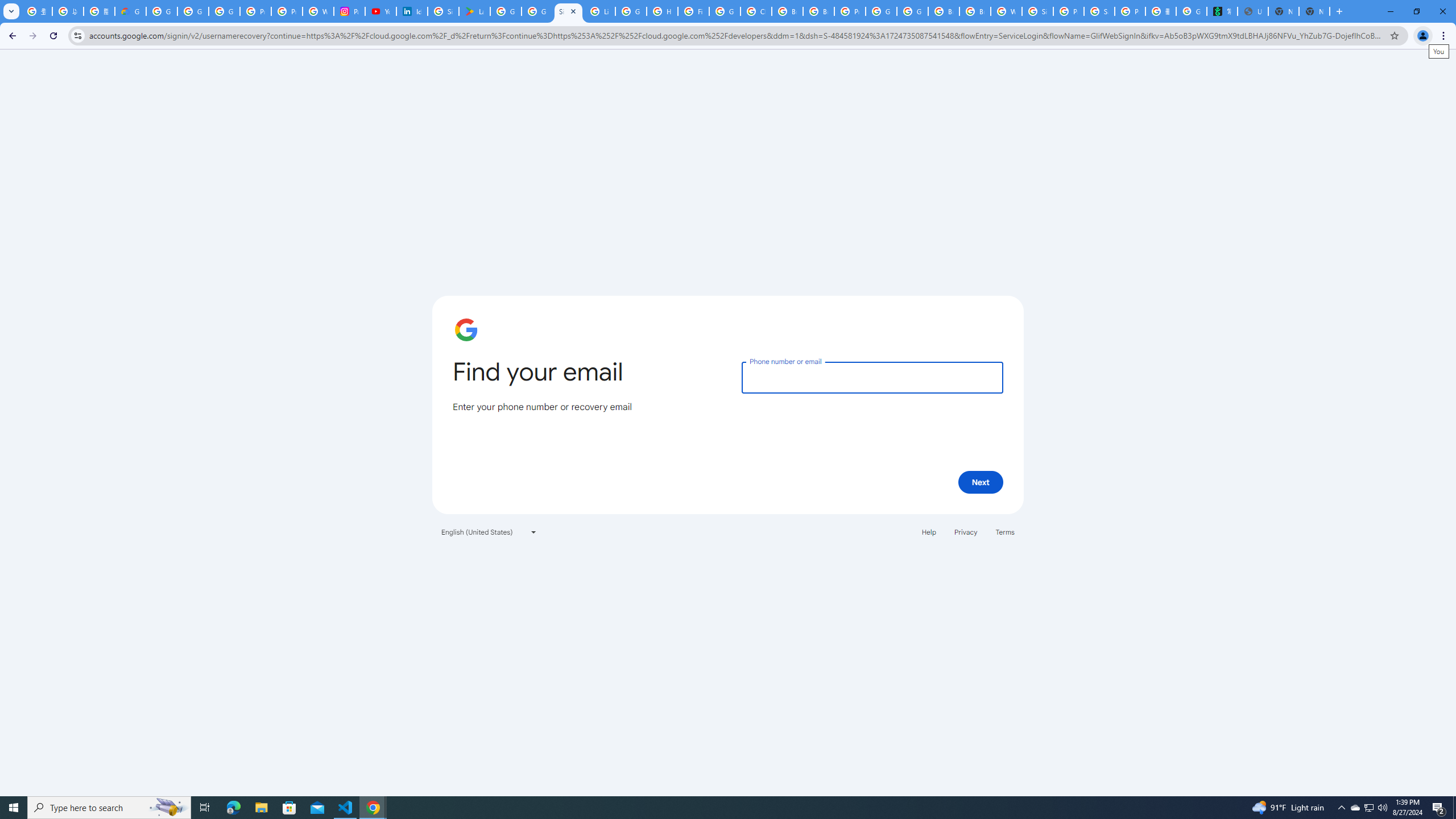  What do you see at coordinates (287, 11) in the screenshot?
I see `'Privacy Help Center - Policies Help'` at bounding box center [287, 11].